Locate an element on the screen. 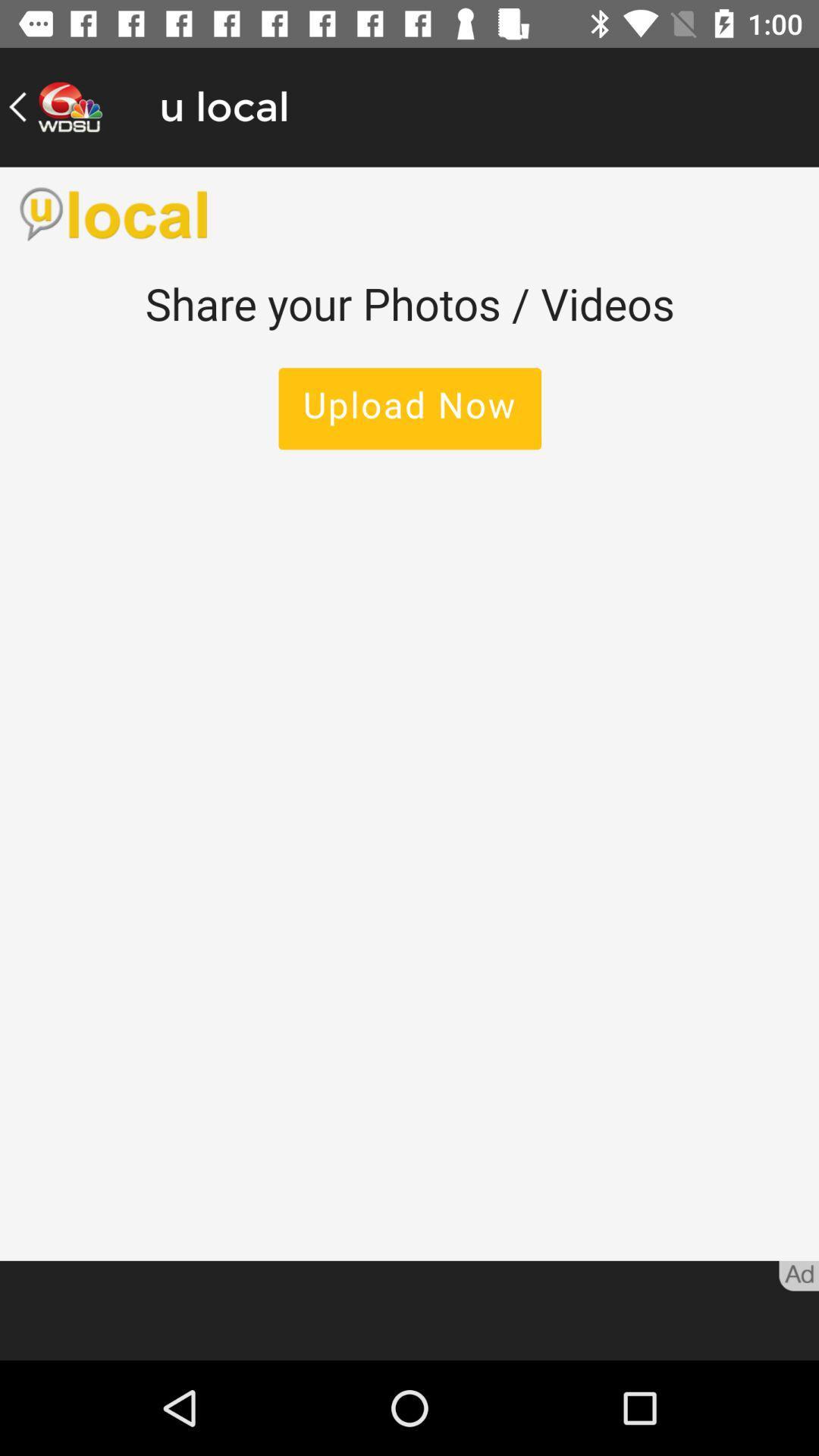 The image size is (819, 1456). your media is located at coordinates (409, 713).